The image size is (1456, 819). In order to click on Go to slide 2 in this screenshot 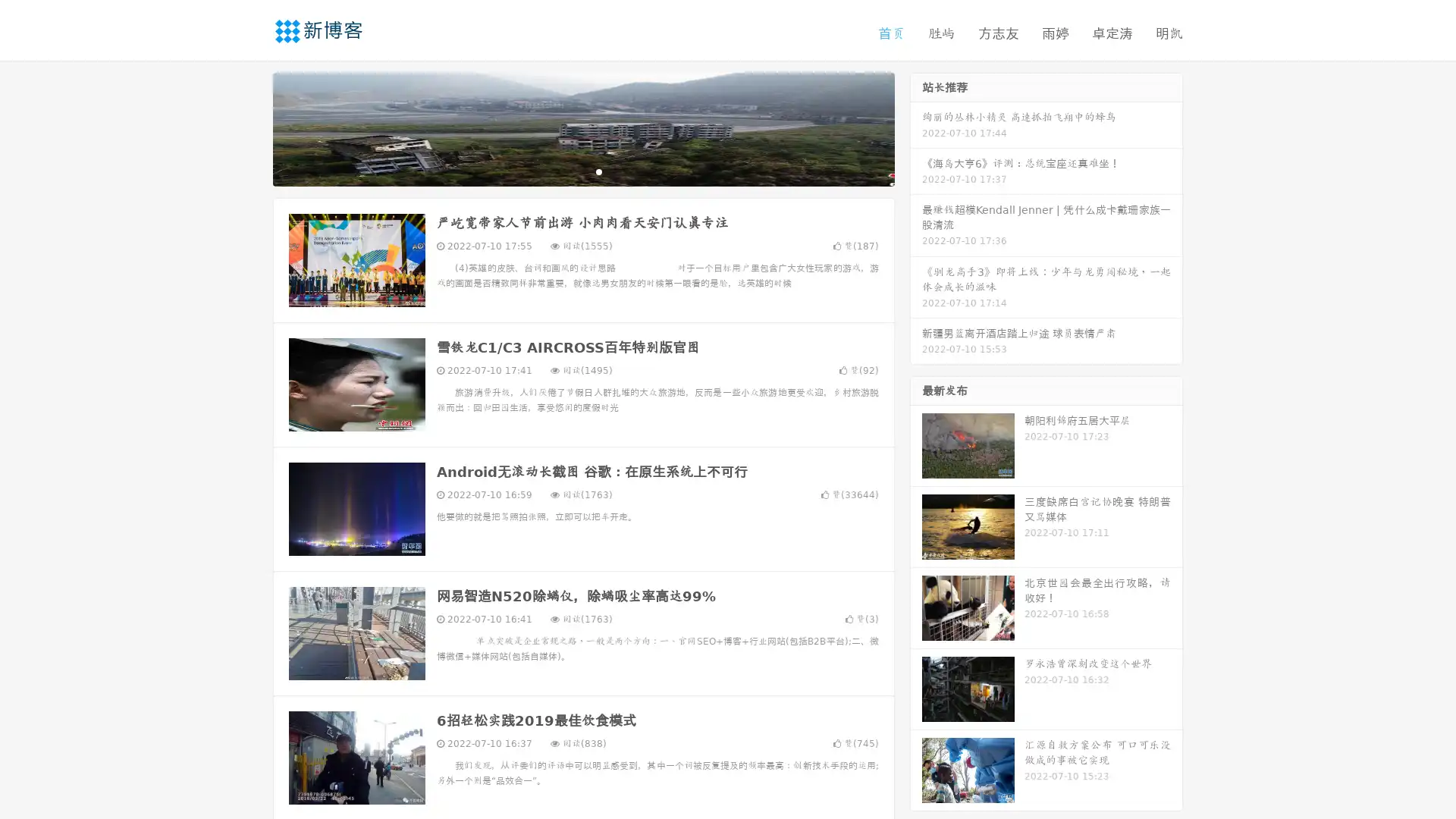, I will do `click(582, 171)`.